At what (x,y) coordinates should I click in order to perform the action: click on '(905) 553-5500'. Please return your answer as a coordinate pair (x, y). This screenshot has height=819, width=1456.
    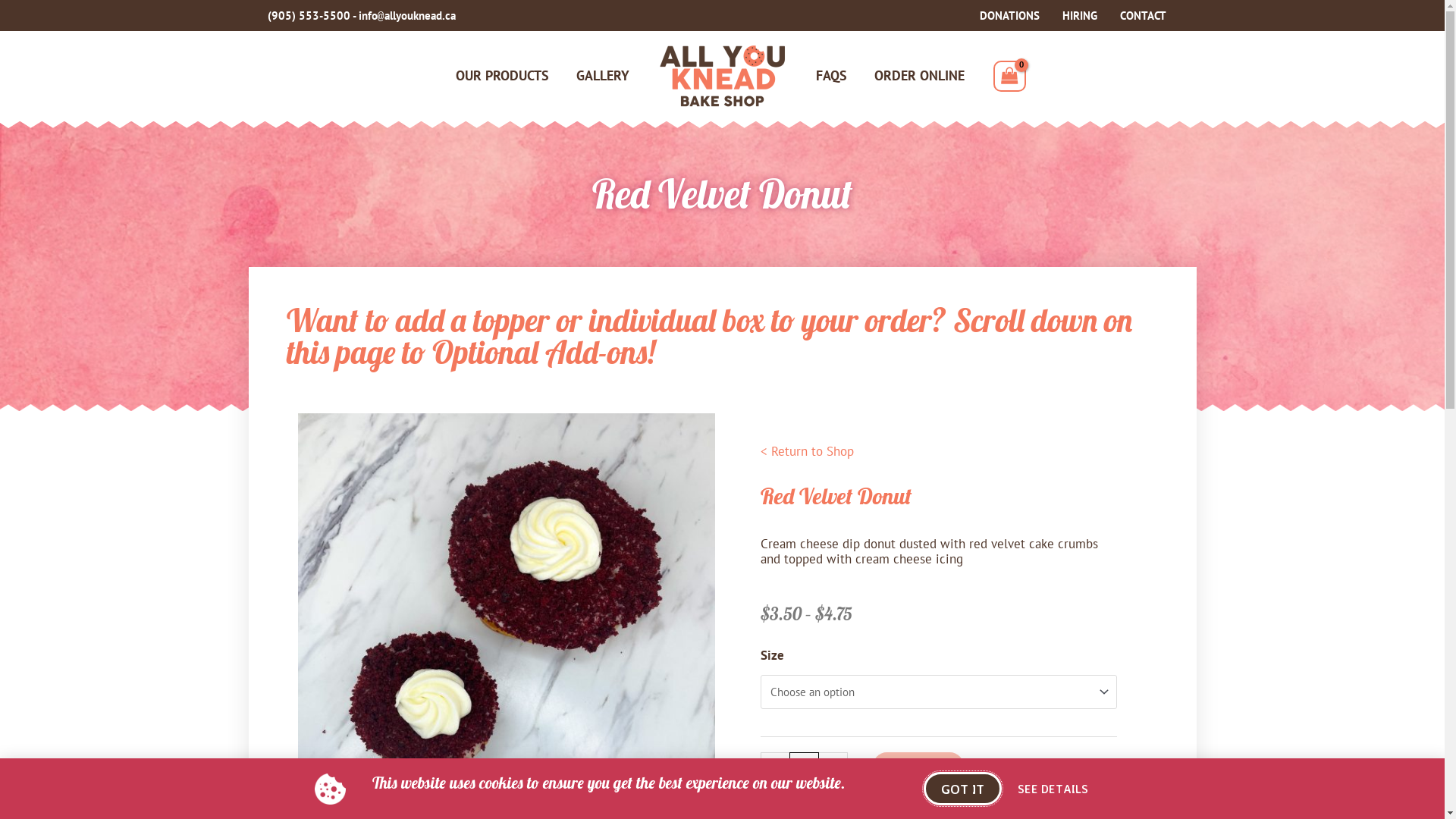
    Looking at the image, I should click on (266, 15).